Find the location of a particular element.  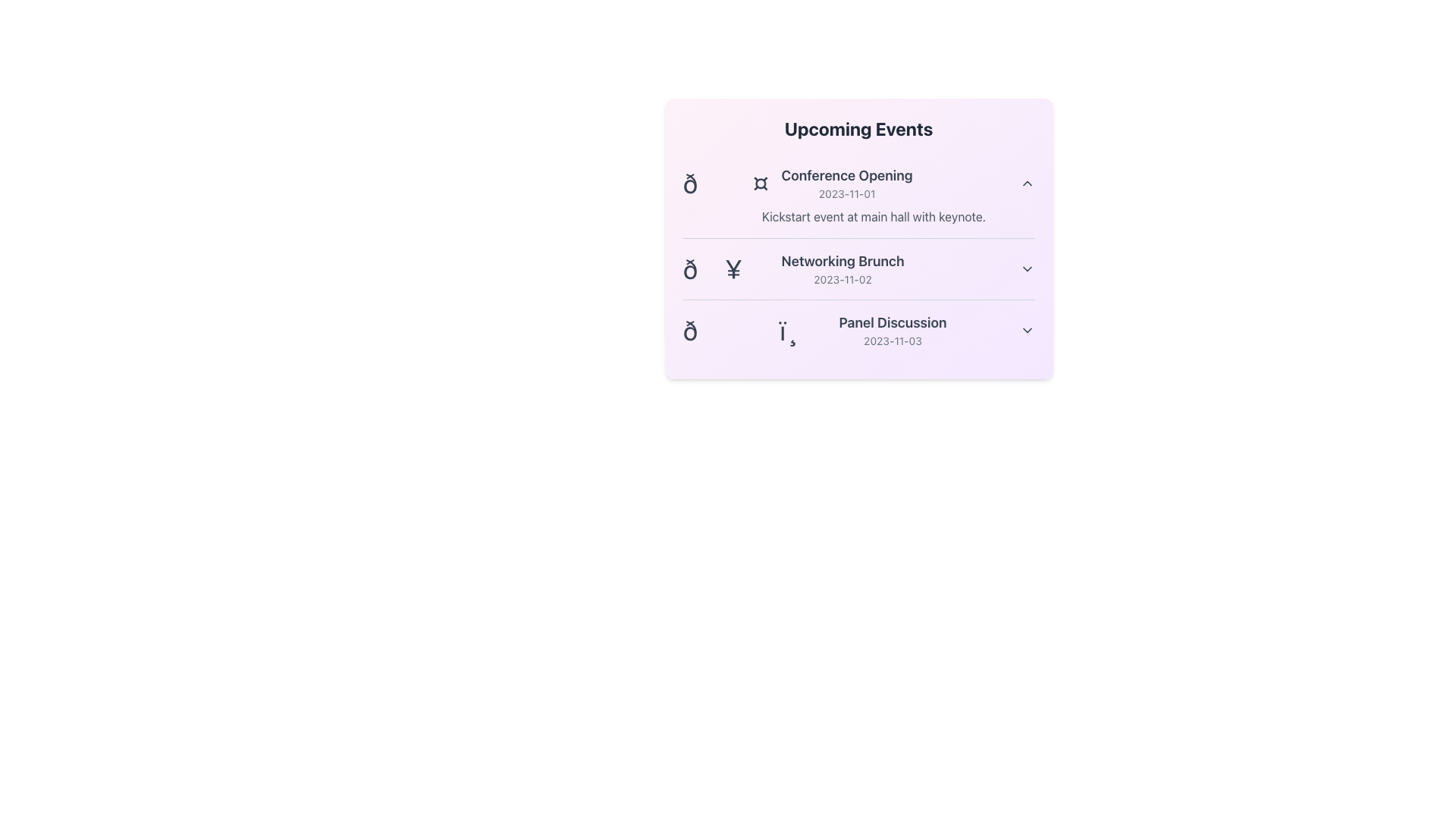

the static text label that reads 'Kickstart event at main hall with keynote.' located below 'Conference Opening' and '2023-11-01' in the 'Upcoming Events' section is located at coordinates (858, 216).